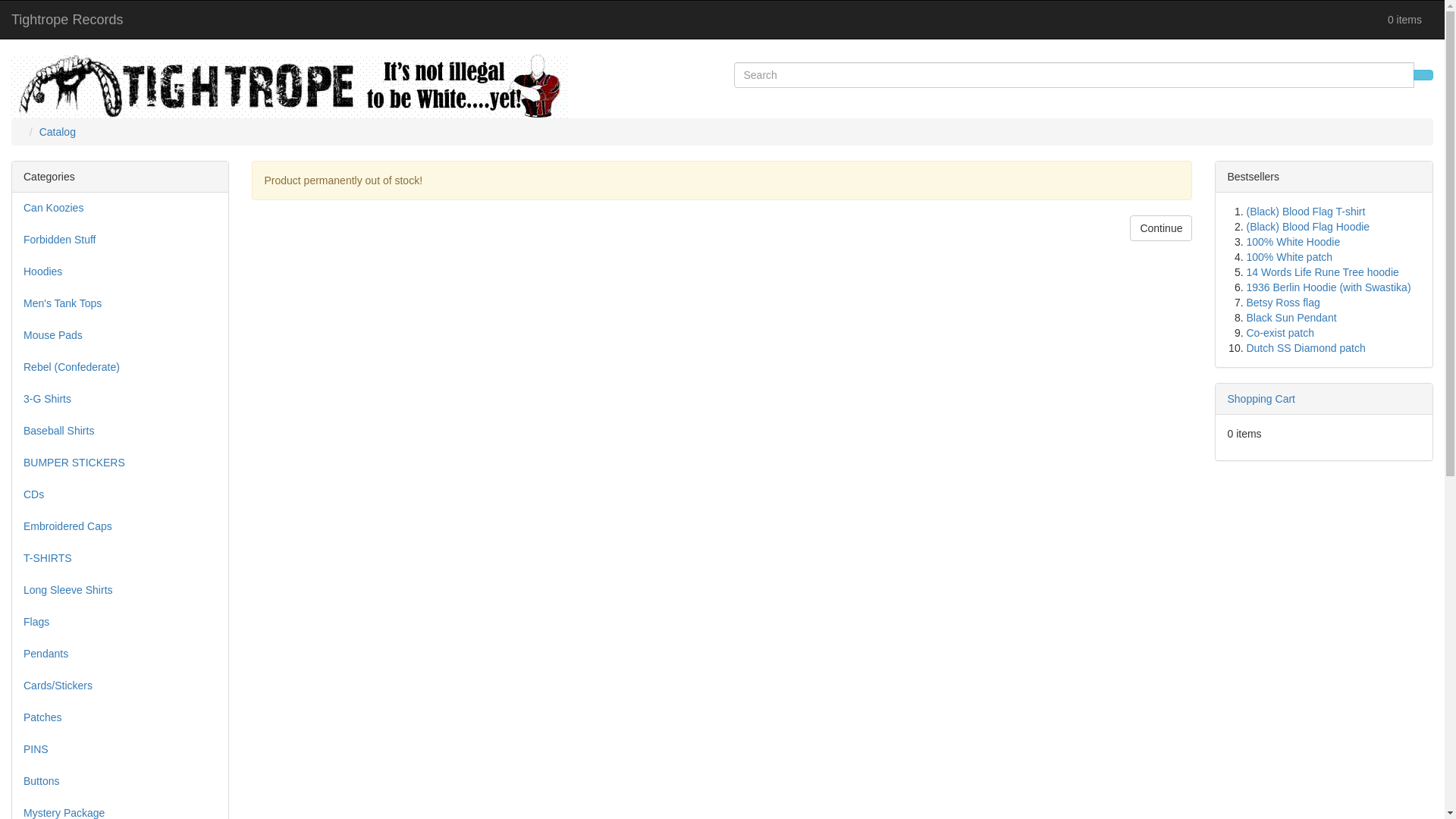 The image size is (1456, 819). Describe the element at coordinates (119, 494) in the screenshot. I see `'CDs'` at that location.